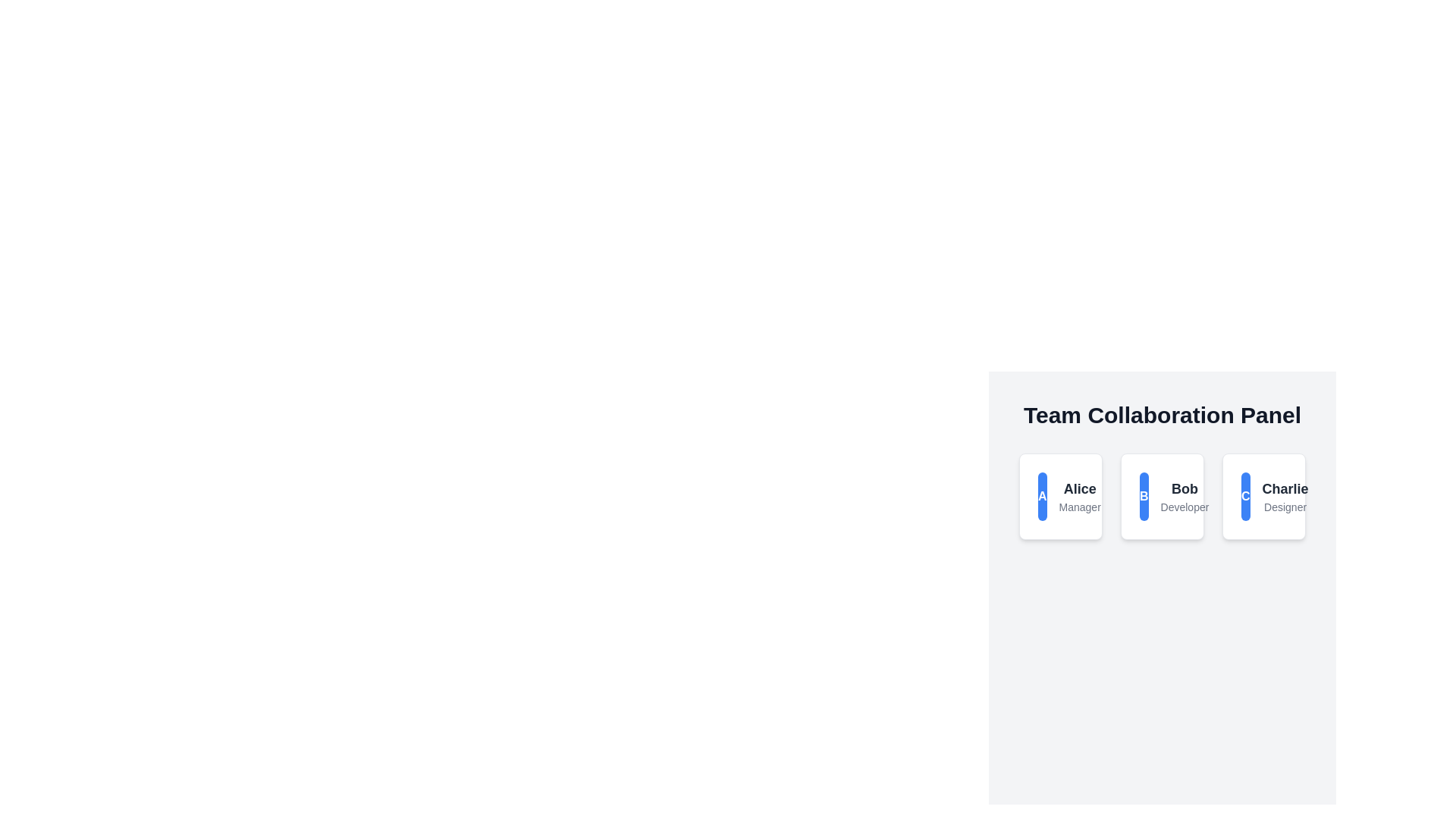  Describe the element at coordinates (1059, 497) in the screenshot. I see `the Profile card featuring a blue circular icon with the letter 'A' and the text 'Alice' in bold` at that location.